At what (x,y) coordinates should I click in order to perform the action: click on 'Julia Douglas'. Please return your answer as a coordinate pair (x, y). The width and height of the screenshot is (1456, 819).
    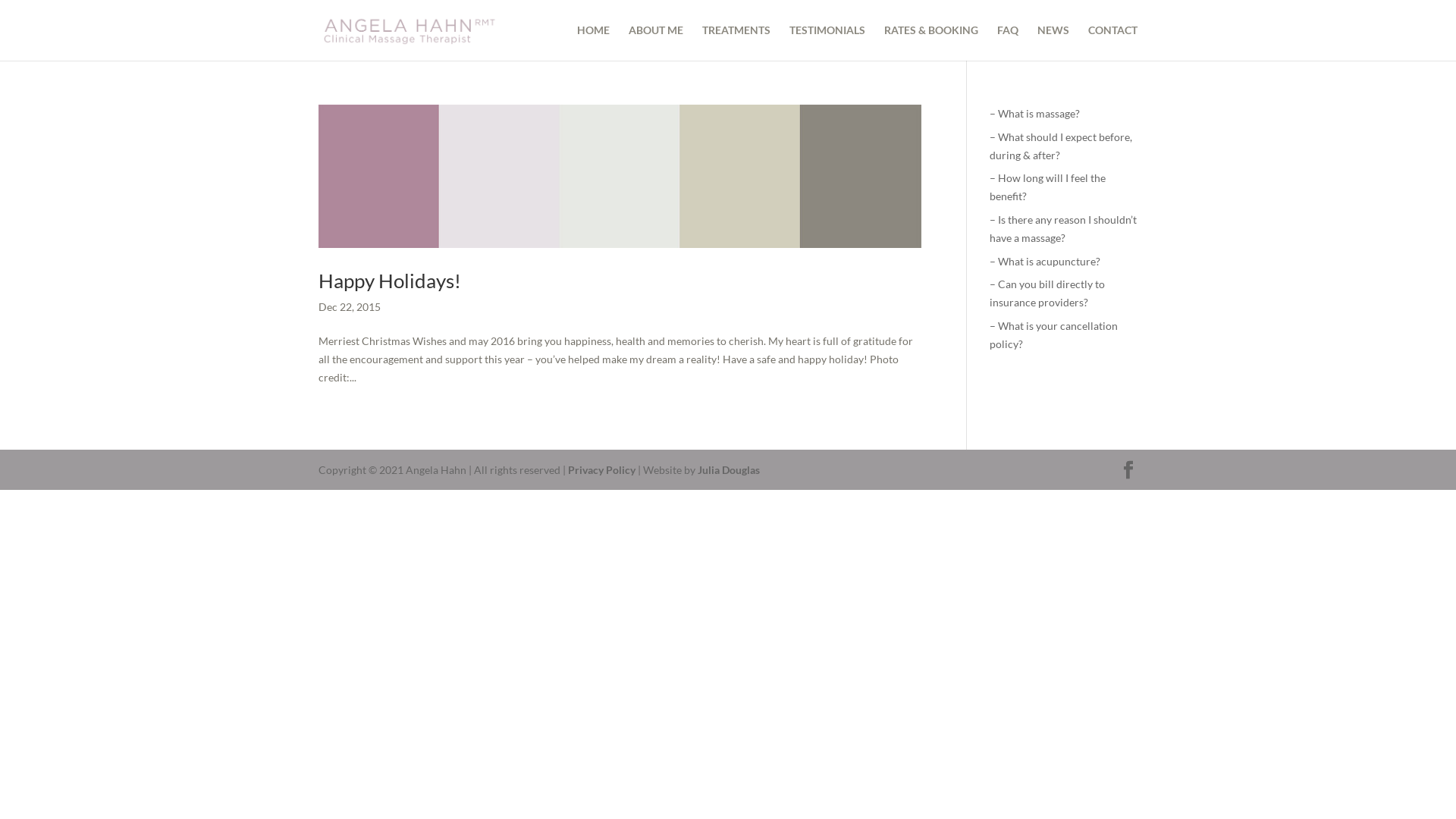
    Looking at the image, I should click on (697, 469).